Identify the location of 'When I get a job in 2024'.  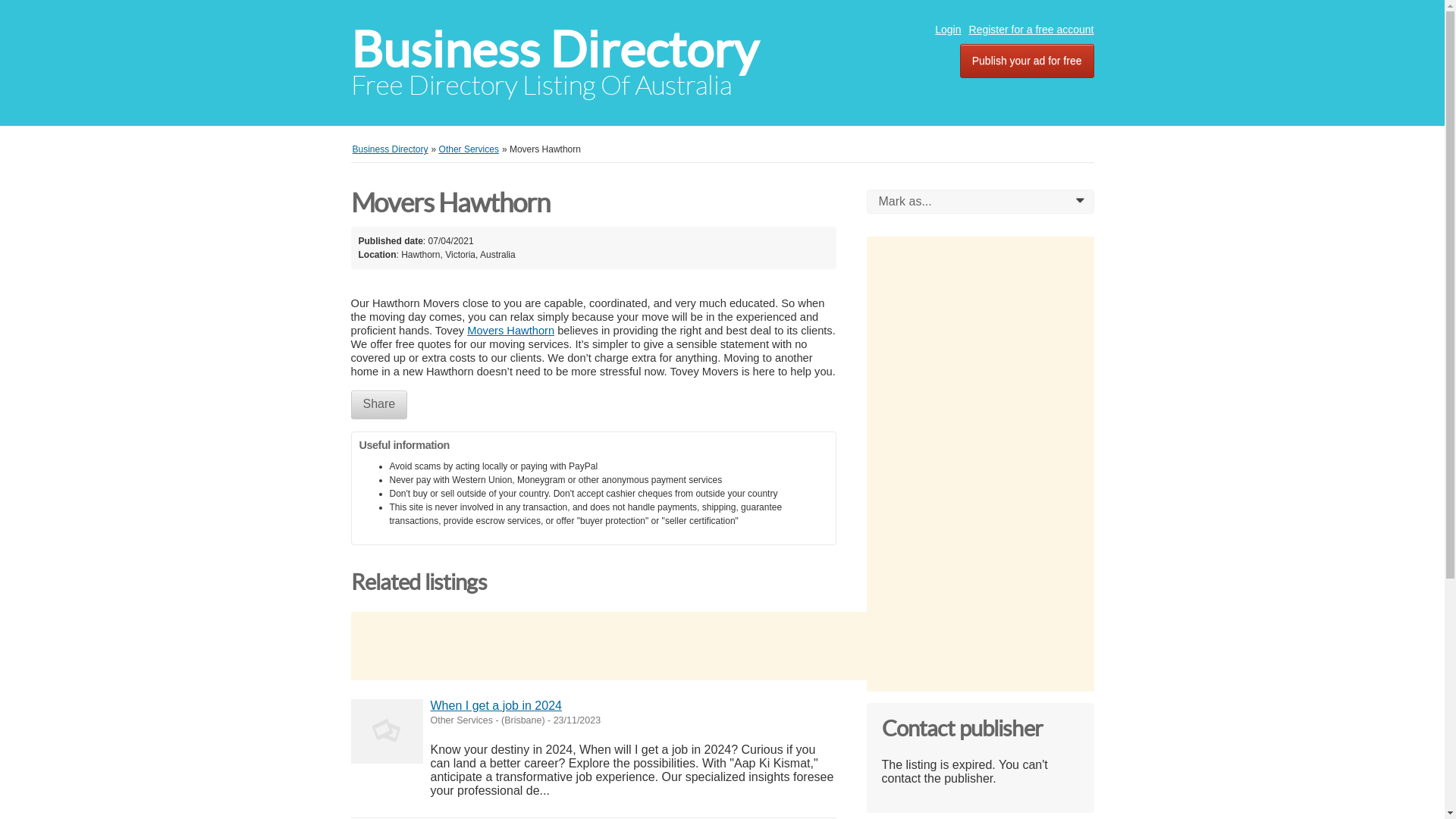
(386, 730).